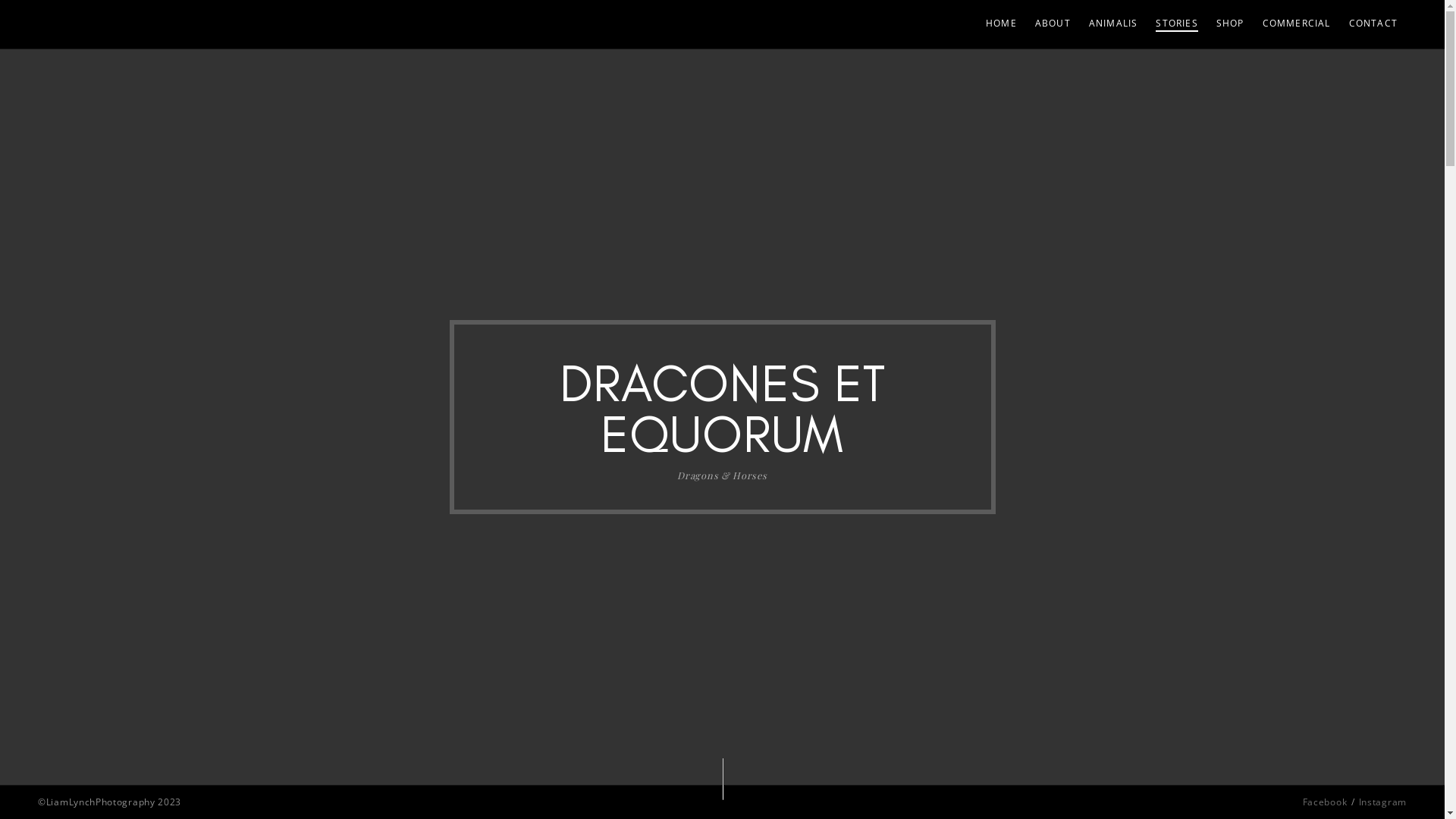 Image resolution: width=1456 pixels, height=819 pixels. I want to click on 'CONTACT', so click(1373, 24).